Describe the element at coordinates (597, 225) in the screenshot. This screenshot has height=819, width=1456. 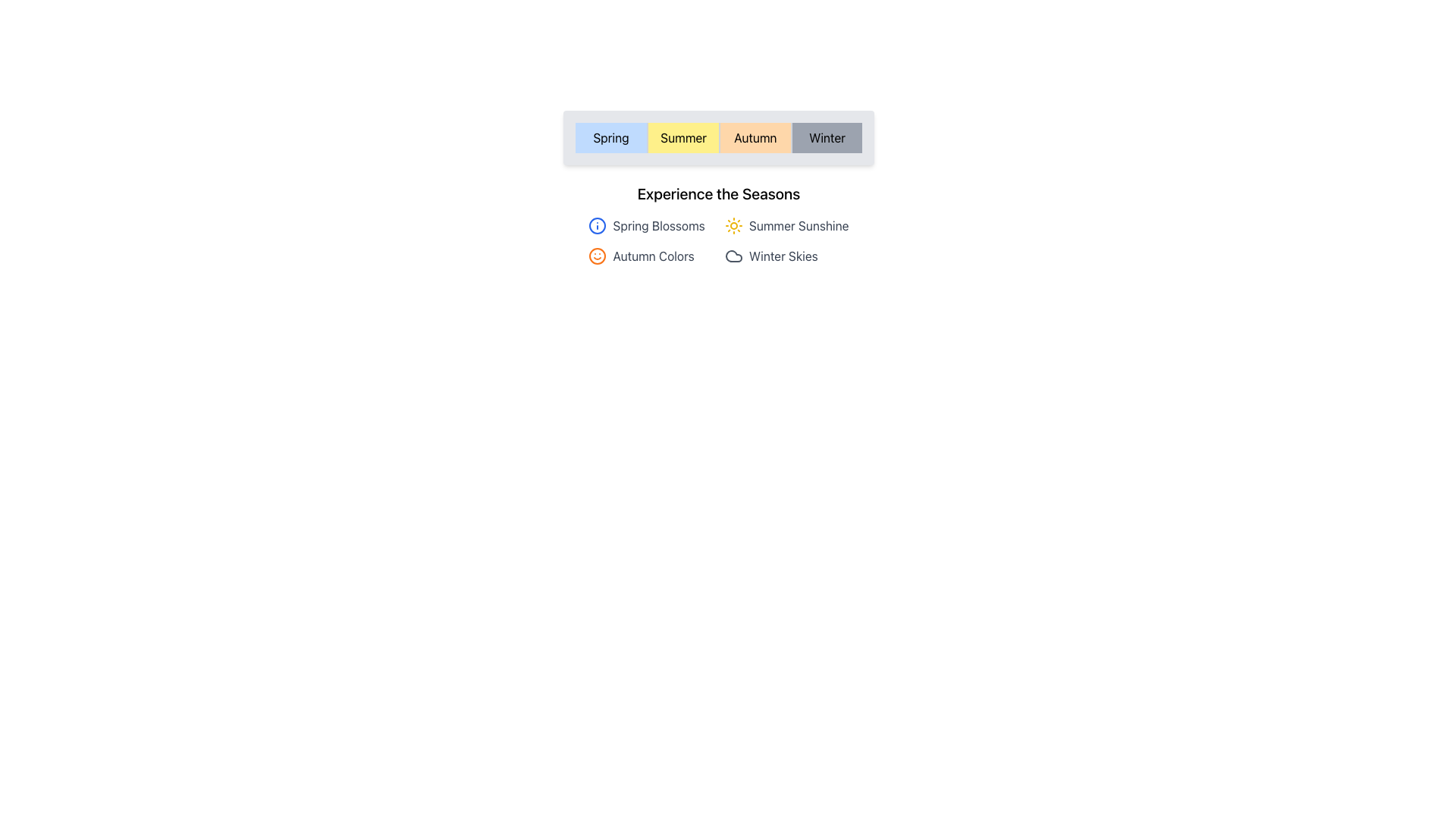
I see `the circular icon with a blue outline and no fill, featuring a small vertical line and a tiny circular dot, located to the left of the 'Spring Blossoms' label` at that location.